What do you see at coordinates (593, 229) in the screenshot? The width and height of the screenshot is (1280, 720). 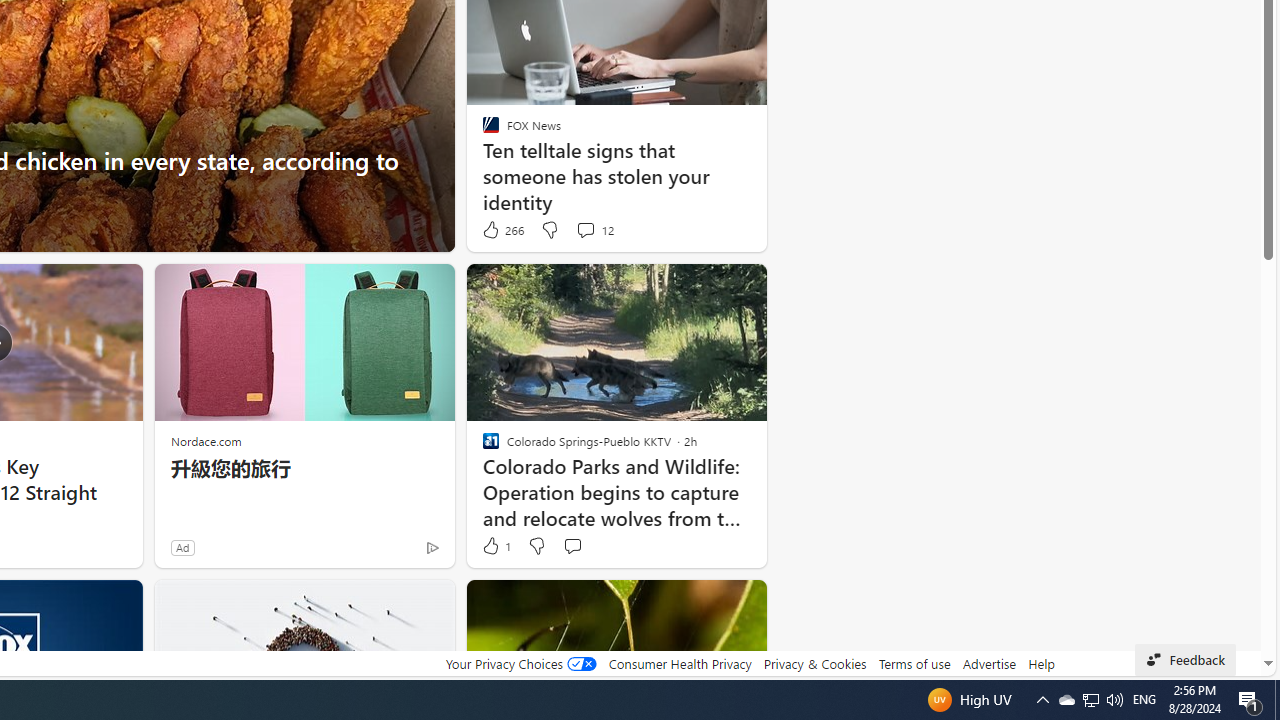 I see `'View comments 12 Comment'` at bounding box center [593, 229].